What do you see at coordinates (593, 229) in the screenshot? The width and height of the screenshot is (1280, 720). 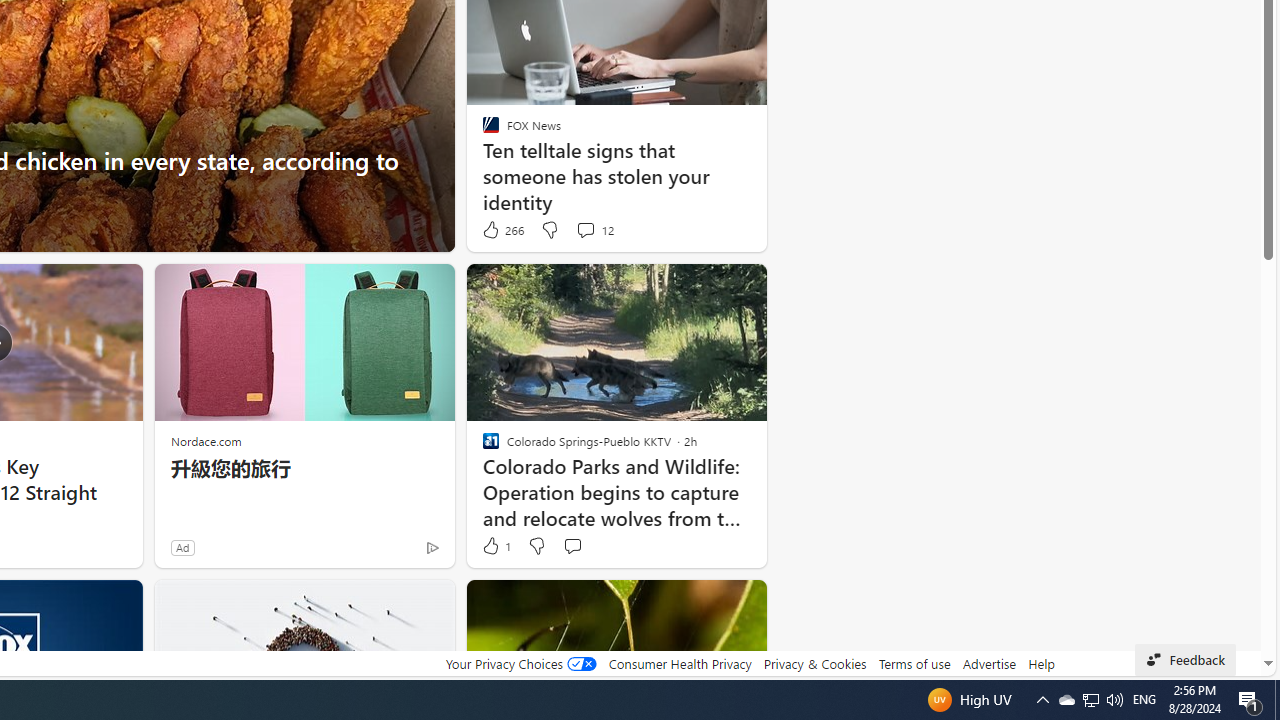 I see `'View comments 12 Comment'` at bounding box center [593, 229].